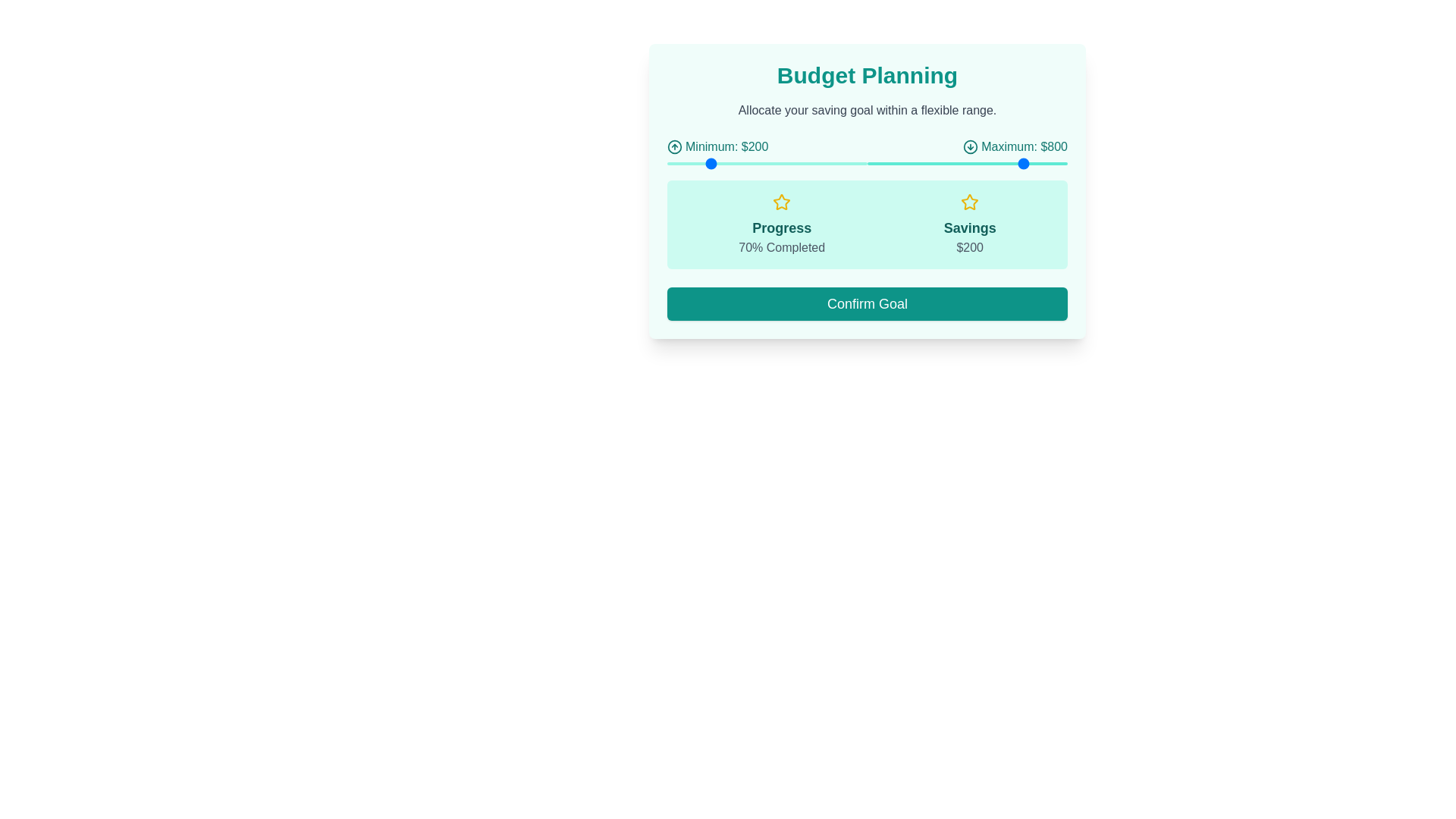  Describe the element at coordinates (1011, 164) in the screenshot. I see `the slider` at that location.